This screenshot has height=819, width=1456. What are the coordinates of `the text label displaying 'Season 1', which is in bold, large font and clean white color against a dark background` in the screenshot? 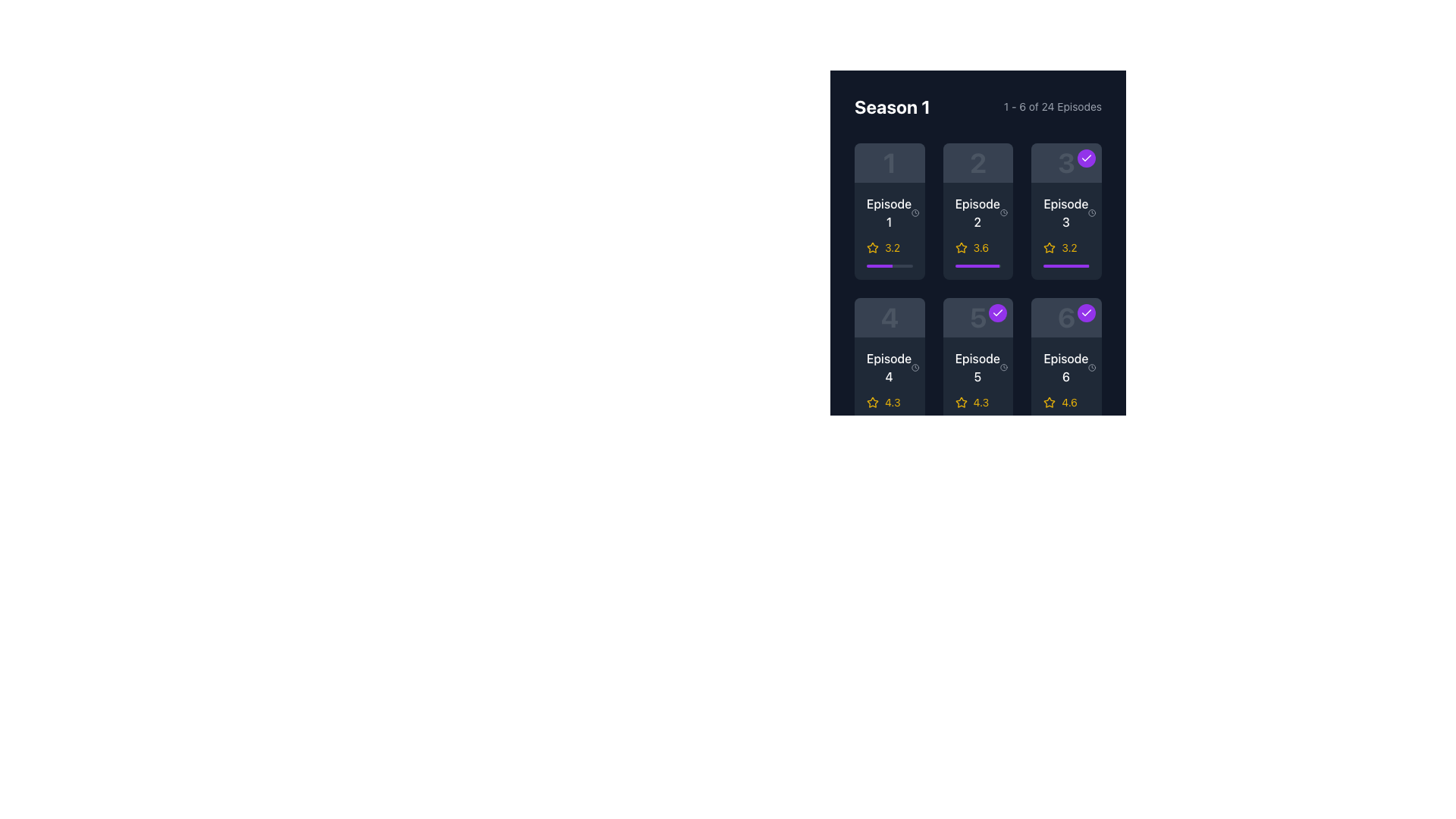 It's located at (892, 106).